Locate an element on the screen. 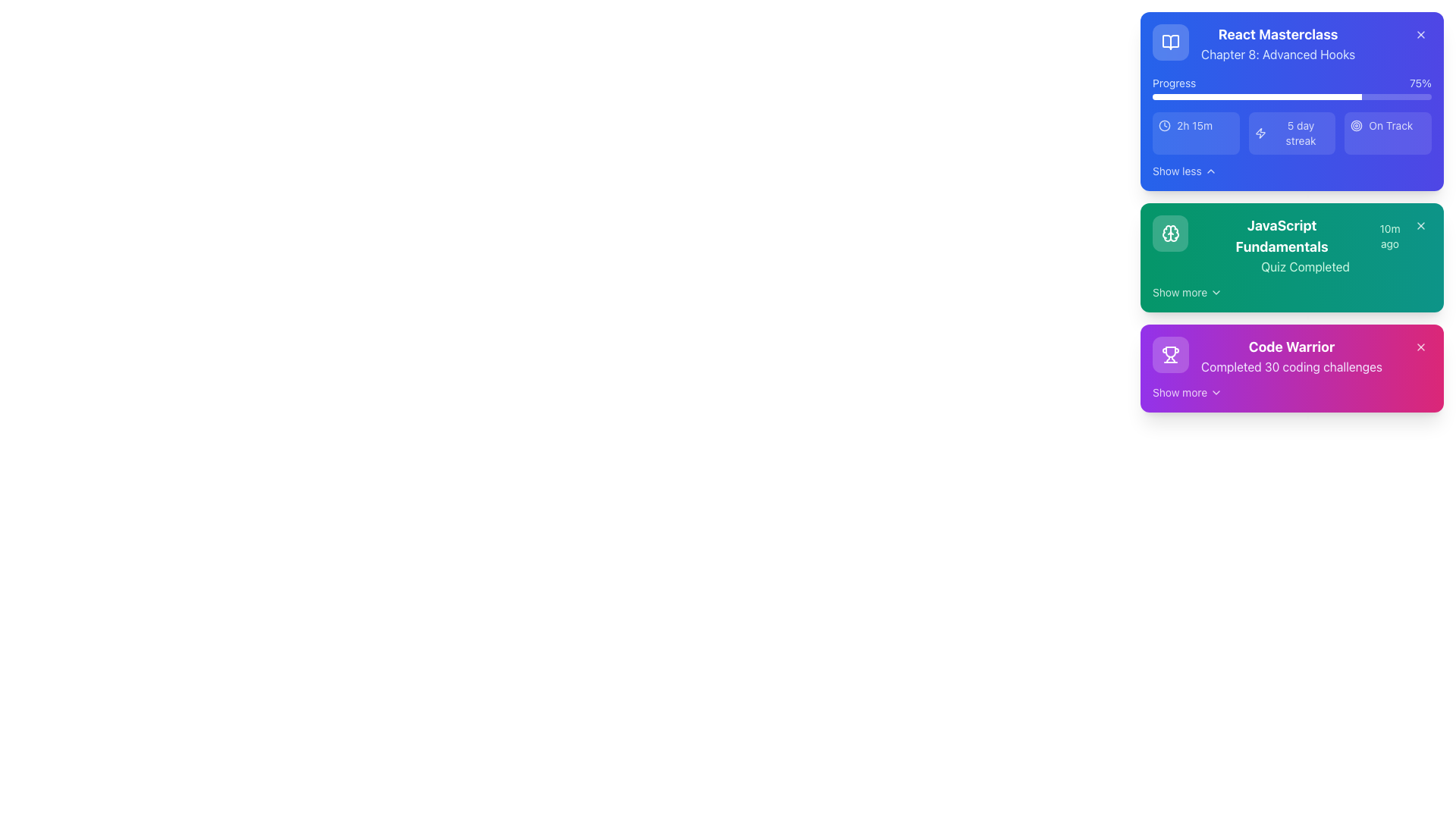 The image size is (1456, 819). the circular button with a purple gradient background containing a white trophy icon, located in the 'Code Warrior' card at the bottom left of the interface is located at coordinates (1170, 354).